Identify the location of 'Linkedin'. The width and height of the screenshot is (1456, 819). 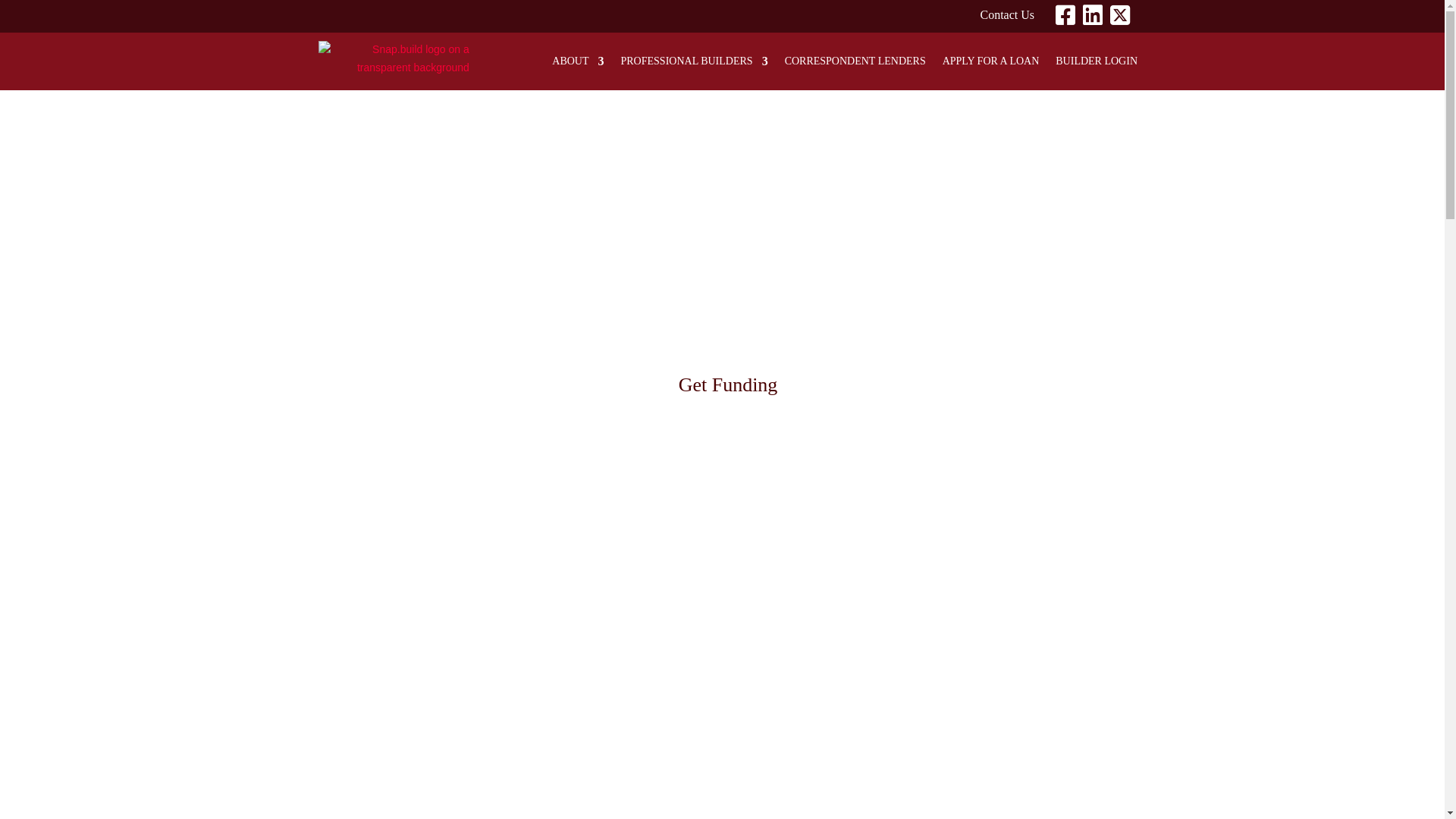
(1096, 20).